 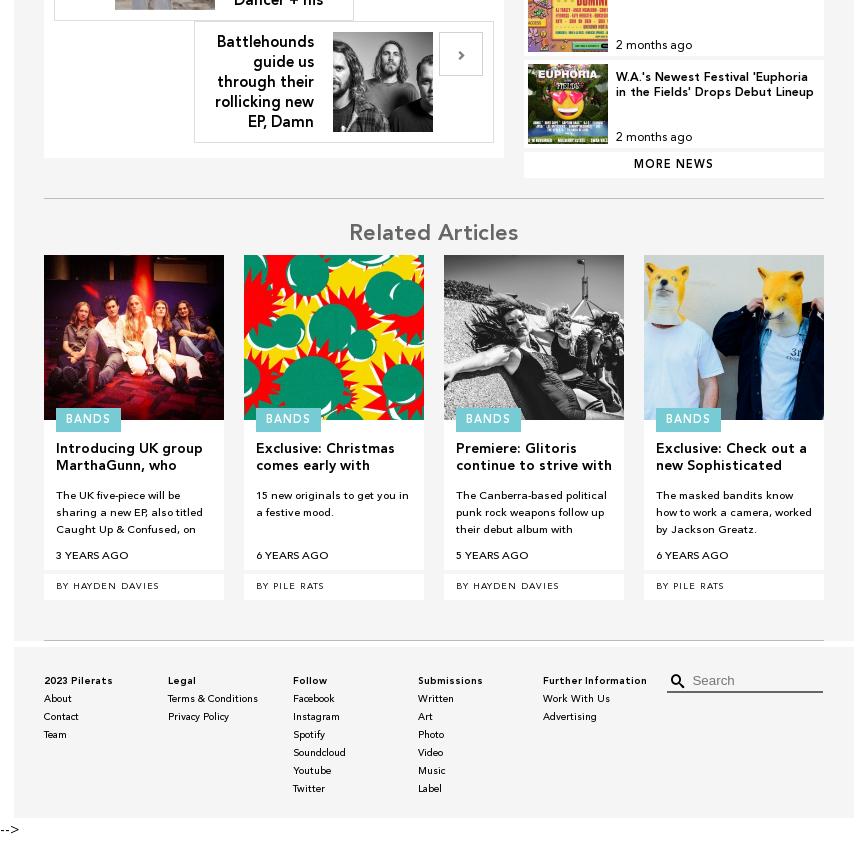 I want to click on 'Label', so click(x=428, y=789).